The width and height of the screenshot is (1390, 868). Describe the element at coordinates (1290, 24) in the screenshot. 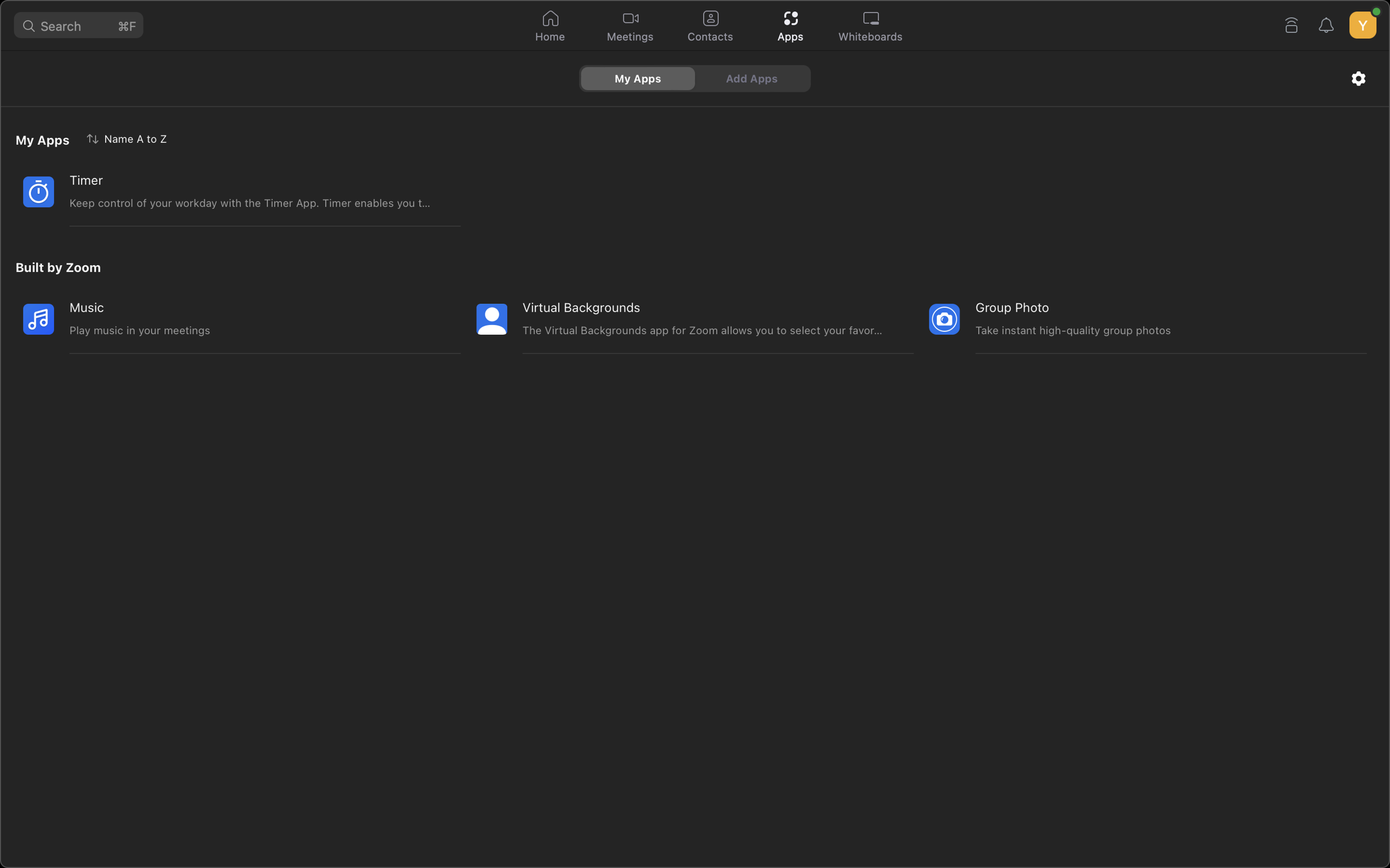

I see `pair-up with the room named "ABCDE" on the Zoom platform` at that location.